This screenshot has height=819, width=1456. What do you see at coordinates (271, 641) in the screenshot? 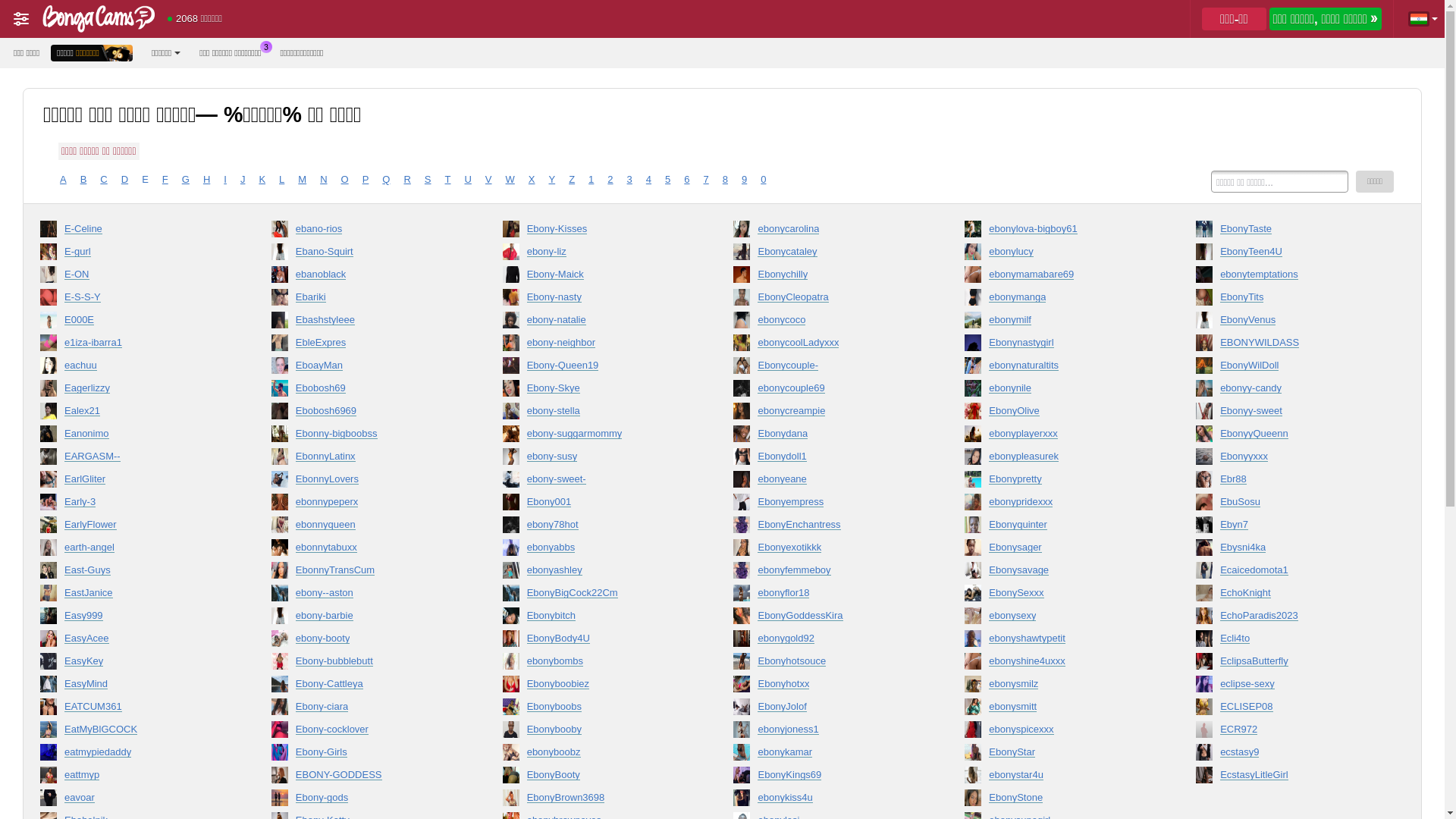
I see `'ebony-booty'` at bounding box center [271, 641].